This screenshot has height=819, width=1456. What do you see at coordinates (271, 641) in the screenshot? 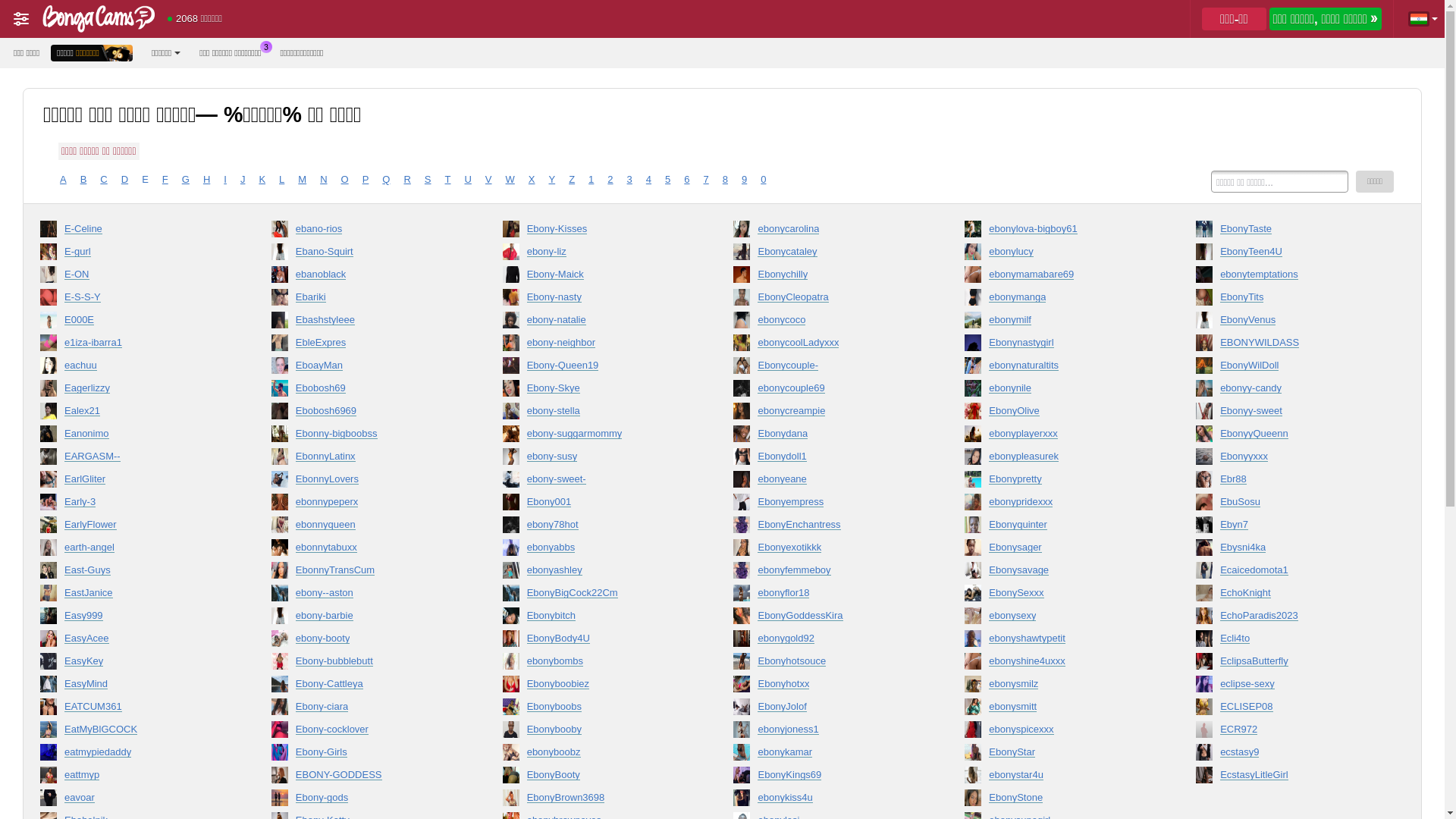
I see `'ebony-booty'` at bounding box center [271, 641].